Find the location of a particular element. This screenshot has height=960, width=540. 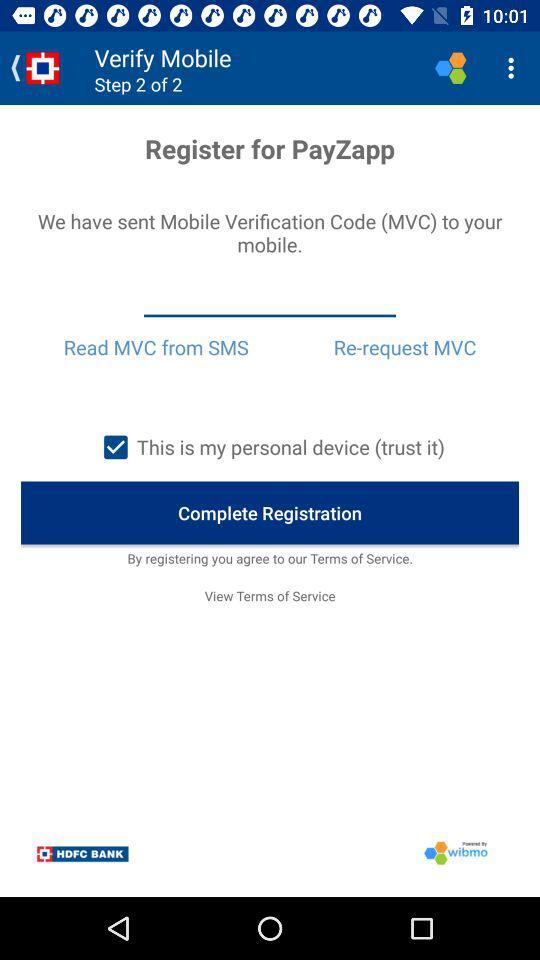

this is my is located at coordinates (269, 447).